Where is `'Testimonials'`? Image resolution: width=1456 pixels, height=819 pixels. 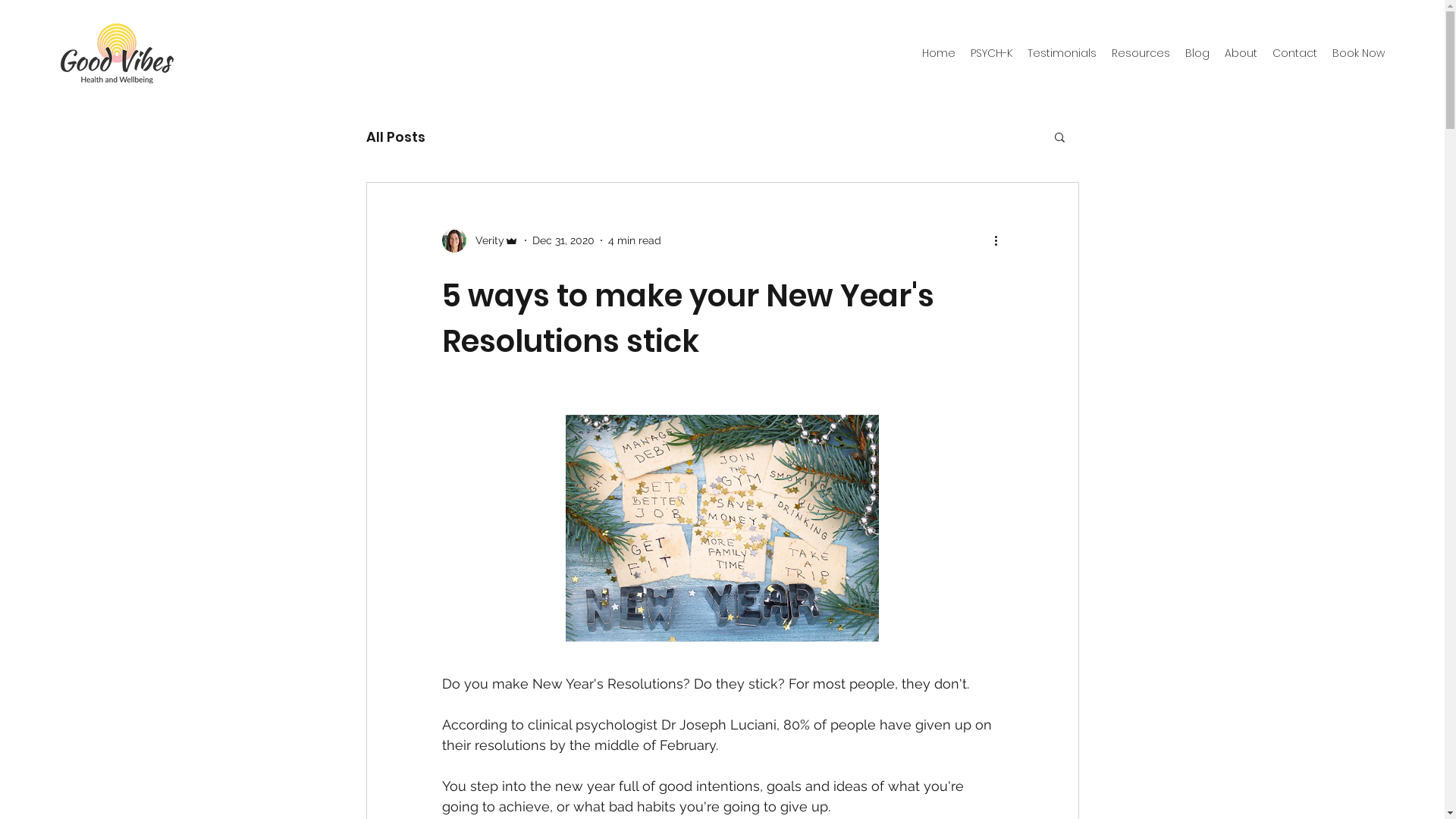 'Testimonials' is located at coordinates (1061, 52).